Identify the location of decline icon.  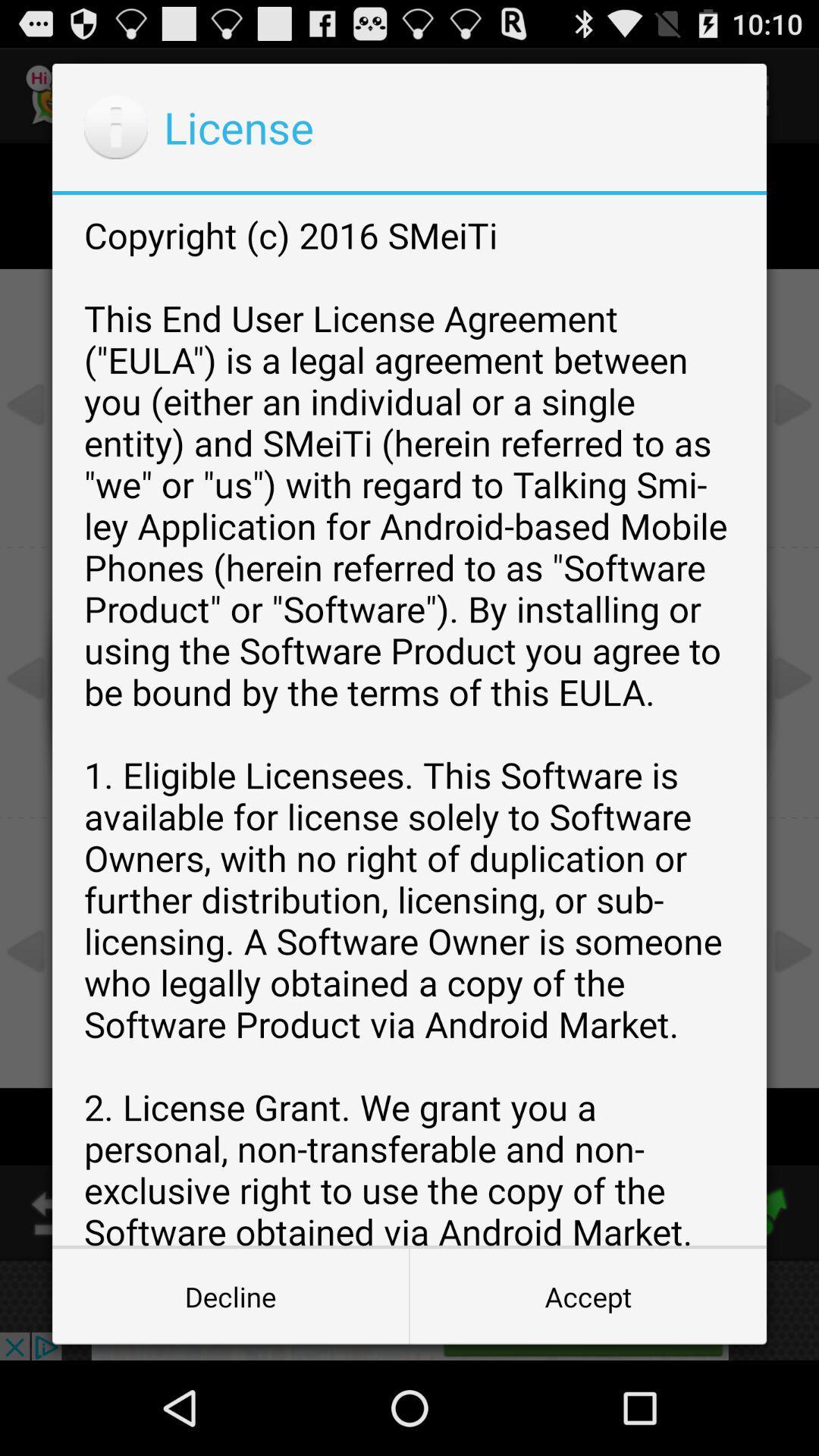
(231, 1295).